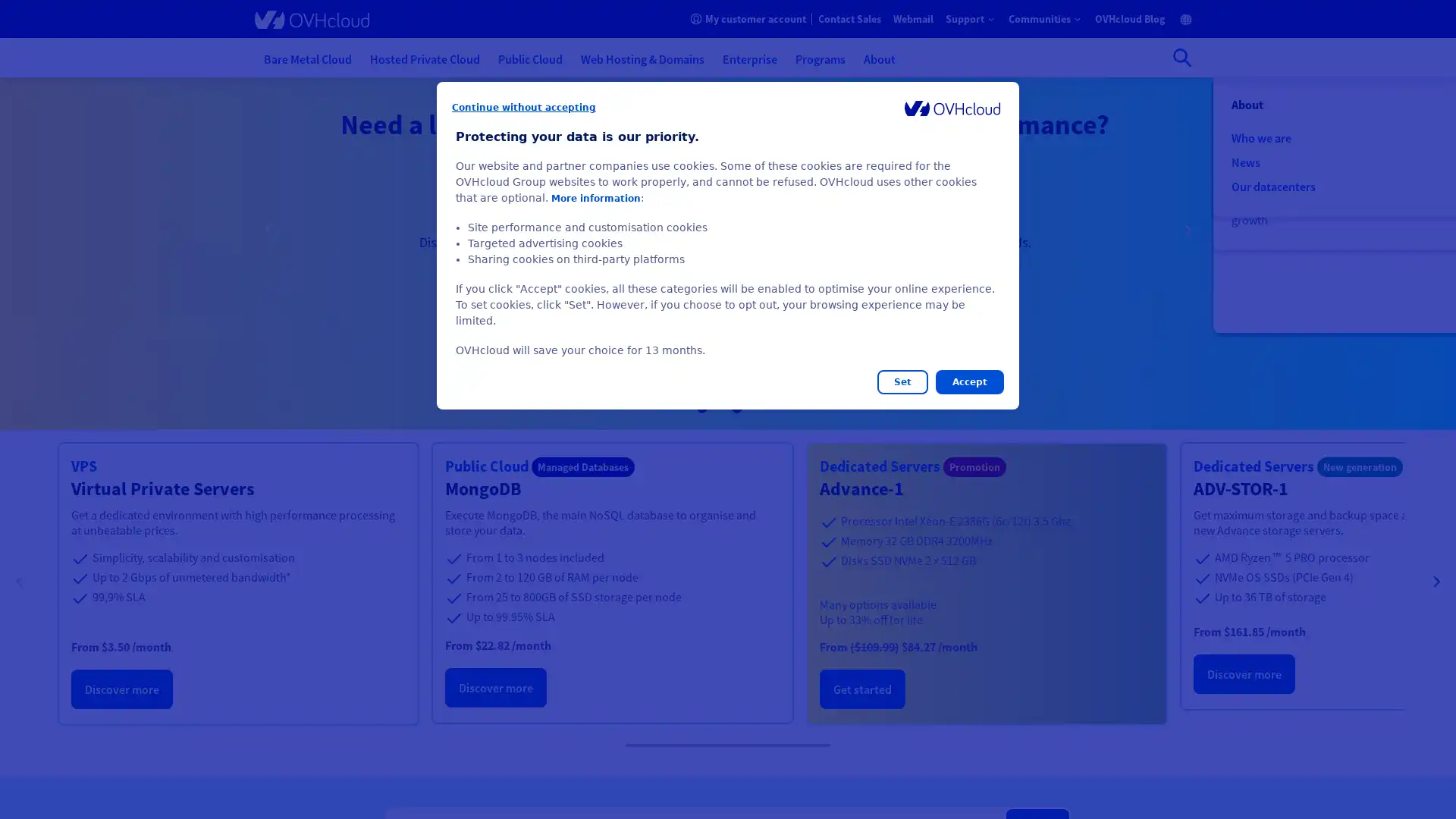 This screenshot has height=819, width=1456. What do you see at coordinates (19, 583) in the screenshot?
I see `Previous` at bounding box center [19, 583].